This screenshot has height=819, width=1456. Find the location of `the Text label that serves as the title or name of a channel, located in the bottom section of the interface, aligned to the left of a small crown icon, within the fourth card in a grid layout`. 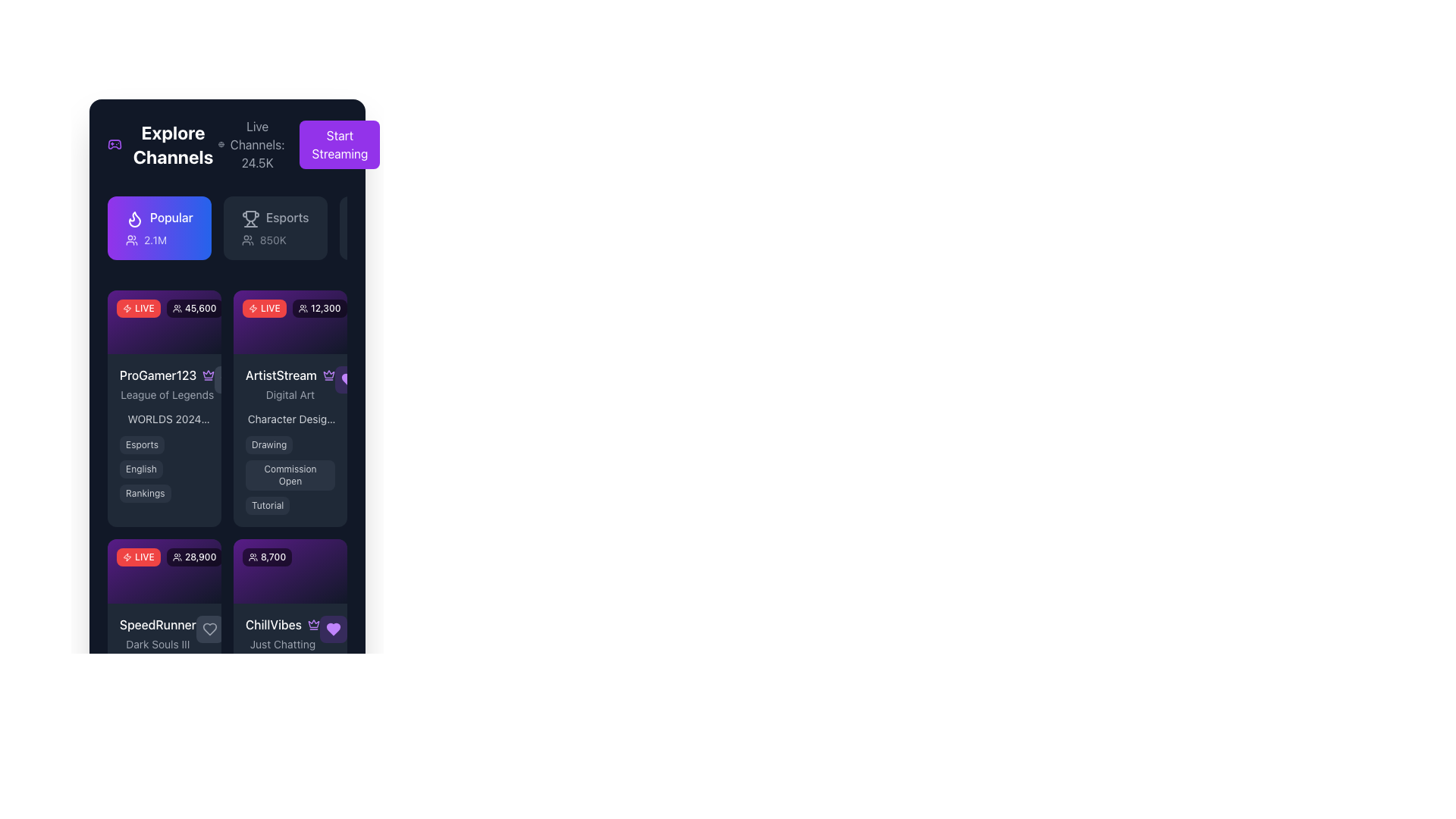

the Text label that serves as the title or name of a channel, located in the bottom section of the interface, aligned to the left of a small crown icon, within the fourth card in a grid layout is located at coordinates (273, 624).